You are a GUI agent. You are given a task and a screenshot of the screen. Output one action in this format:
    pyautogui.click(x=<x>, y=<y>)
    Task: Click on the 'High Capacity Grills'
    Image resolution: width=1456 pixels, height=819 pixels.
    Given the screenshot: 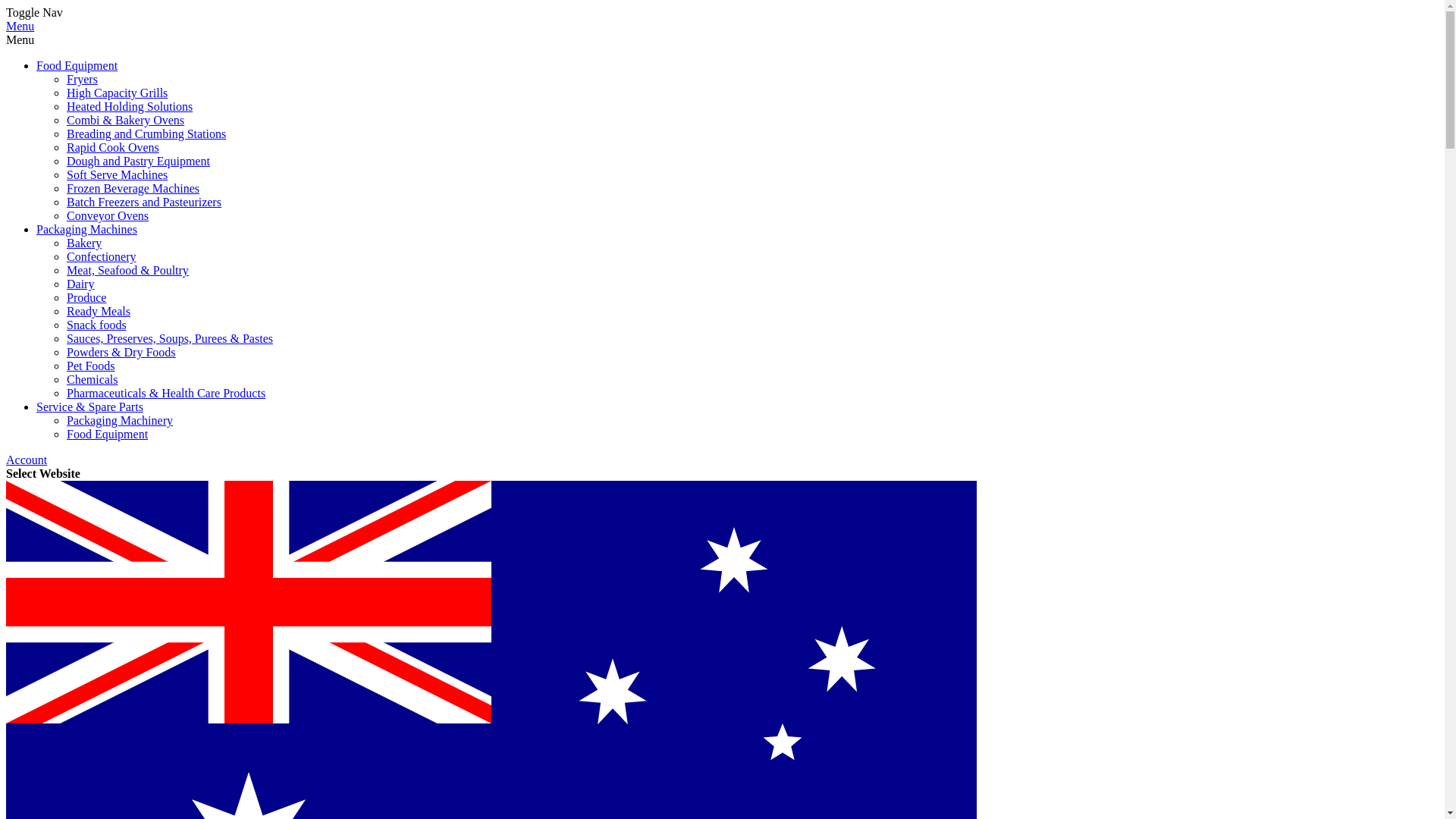 What is the action you would take?
    pyautogui.click(x=116, y=93)
    